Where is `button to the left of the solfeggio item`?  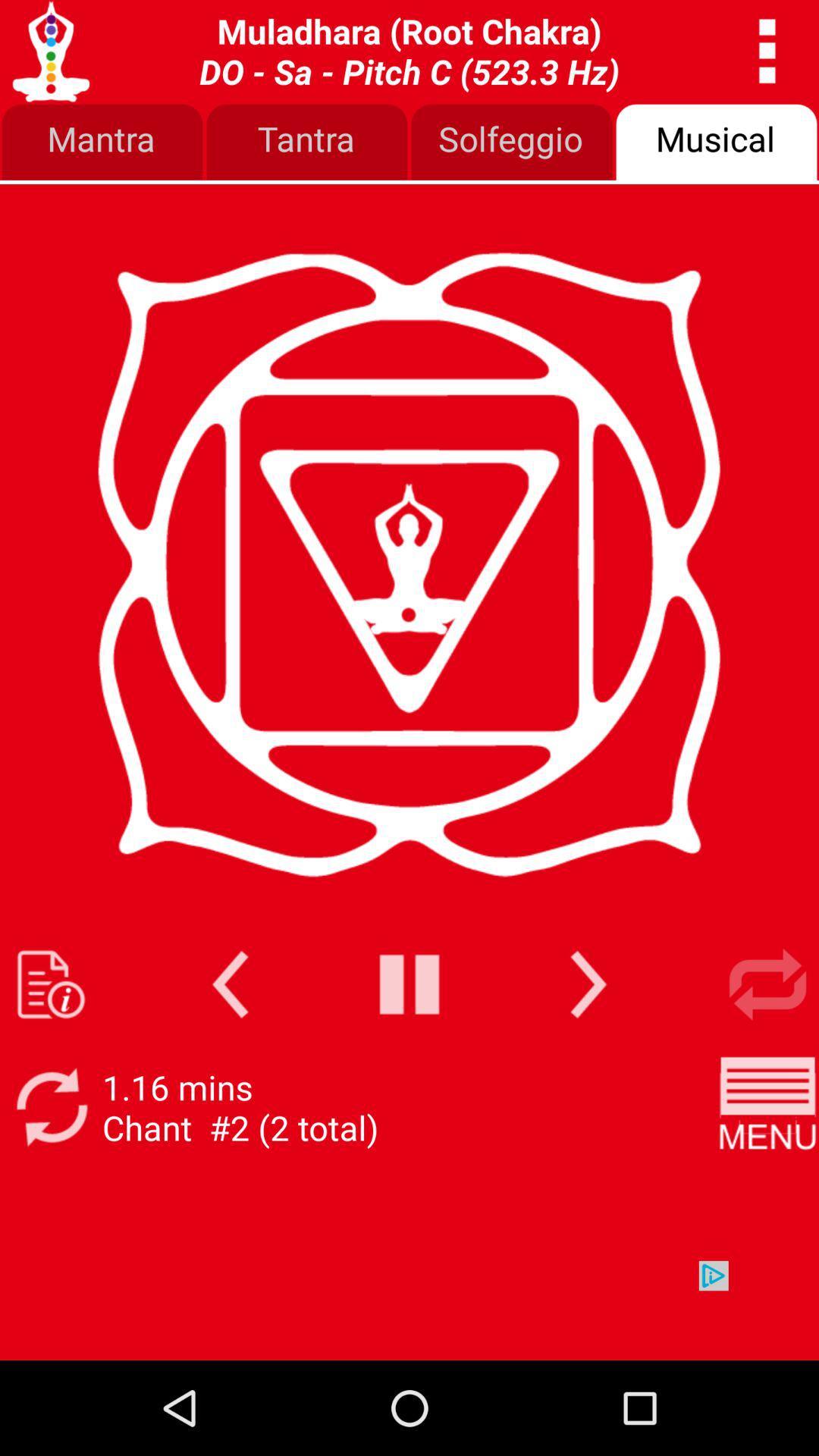 button to the left of the solfeggio item is located at coordinates (307, 143).